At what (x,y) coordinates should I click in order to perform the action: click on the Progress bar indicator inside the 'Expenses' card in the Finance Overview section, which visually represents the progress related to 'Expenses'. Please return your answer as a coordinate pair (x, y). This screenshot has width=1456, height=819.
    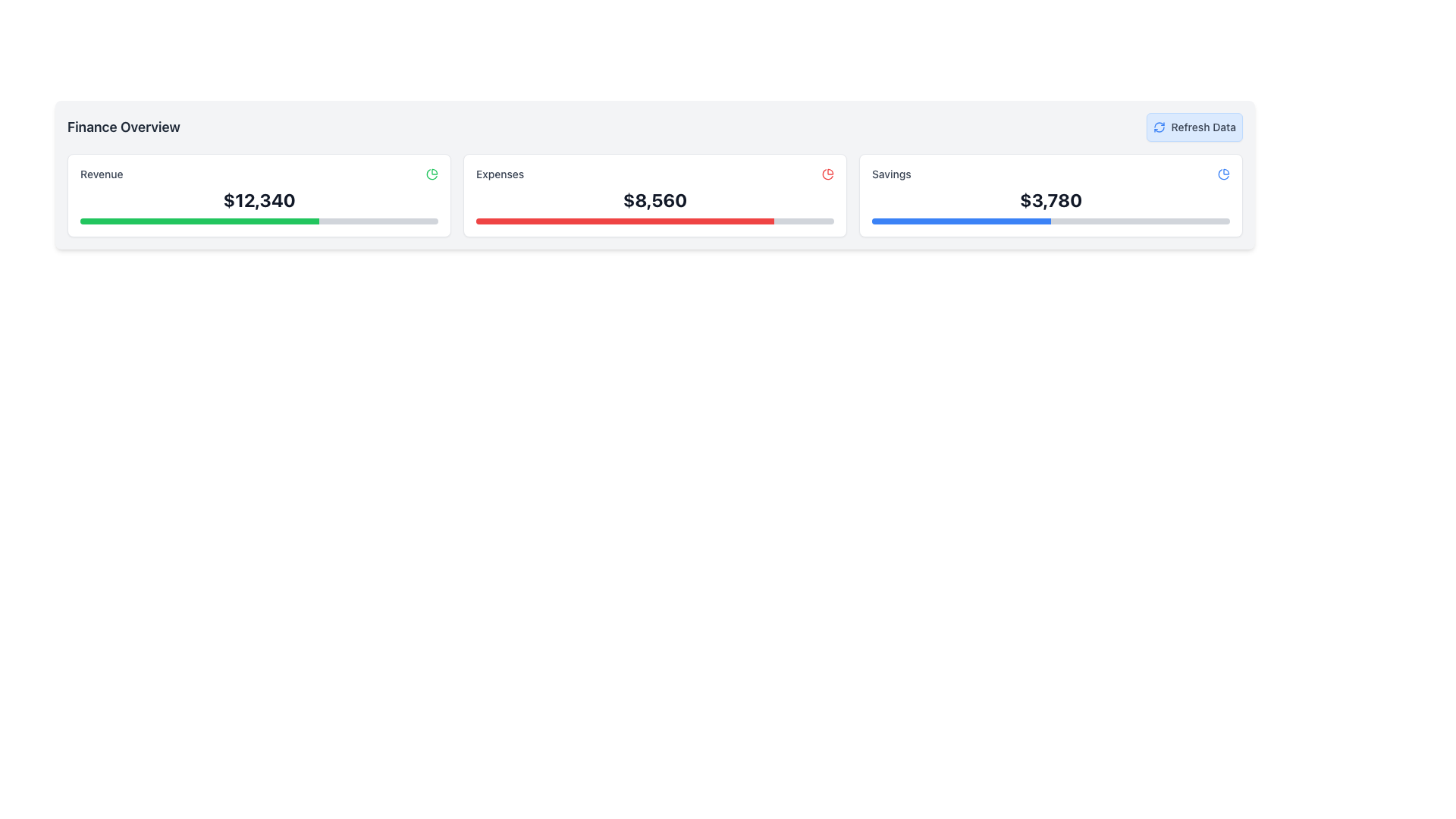
    Looking at the image, I should click on (625, 221).